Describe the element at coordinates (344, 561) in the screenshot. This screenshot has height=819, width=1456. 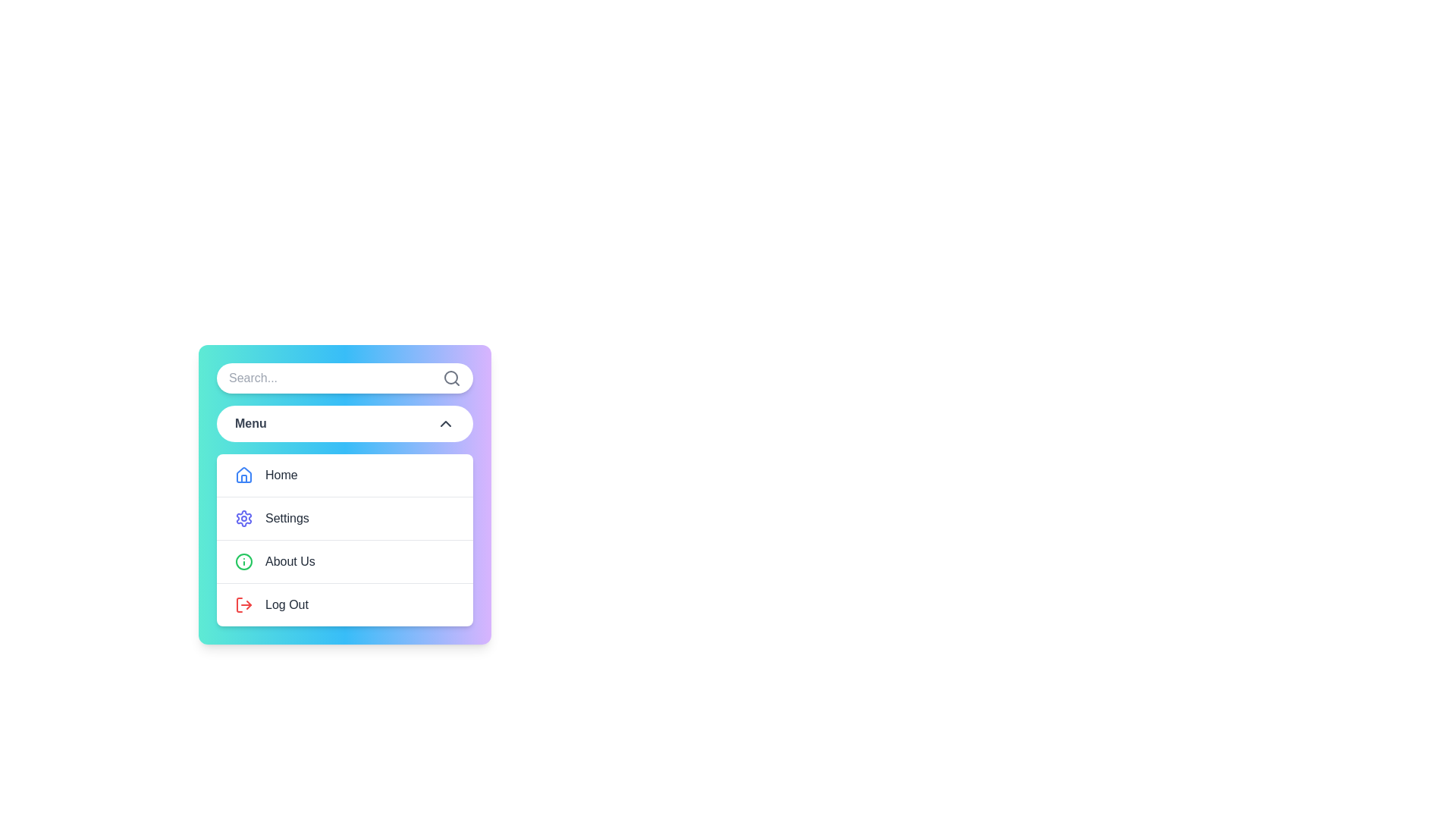
I see `the third item in the vertical list of menu options` at that location.